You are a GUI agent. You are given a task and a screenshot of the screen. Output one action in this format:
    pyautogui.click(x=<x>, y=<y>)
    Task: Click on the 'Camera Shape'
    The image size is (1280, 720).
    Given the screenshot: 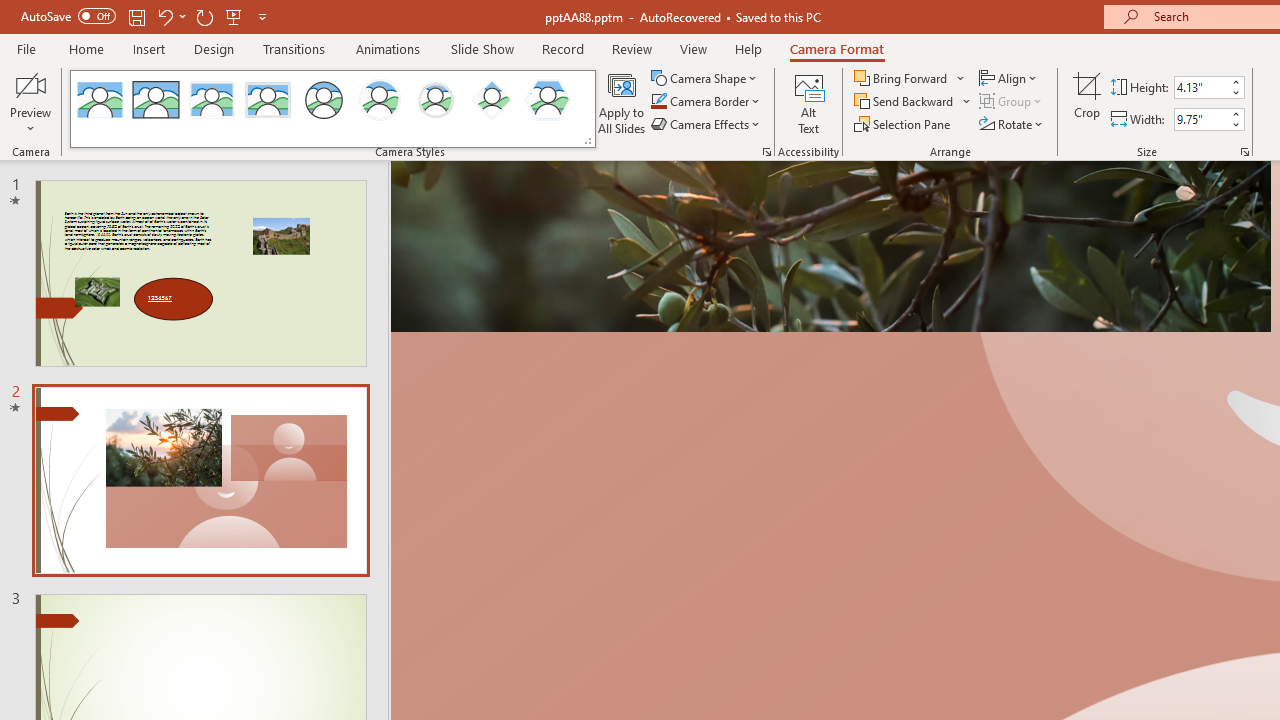 What is the action you would take?
    pyautogui.click(x=705, y=77)
    